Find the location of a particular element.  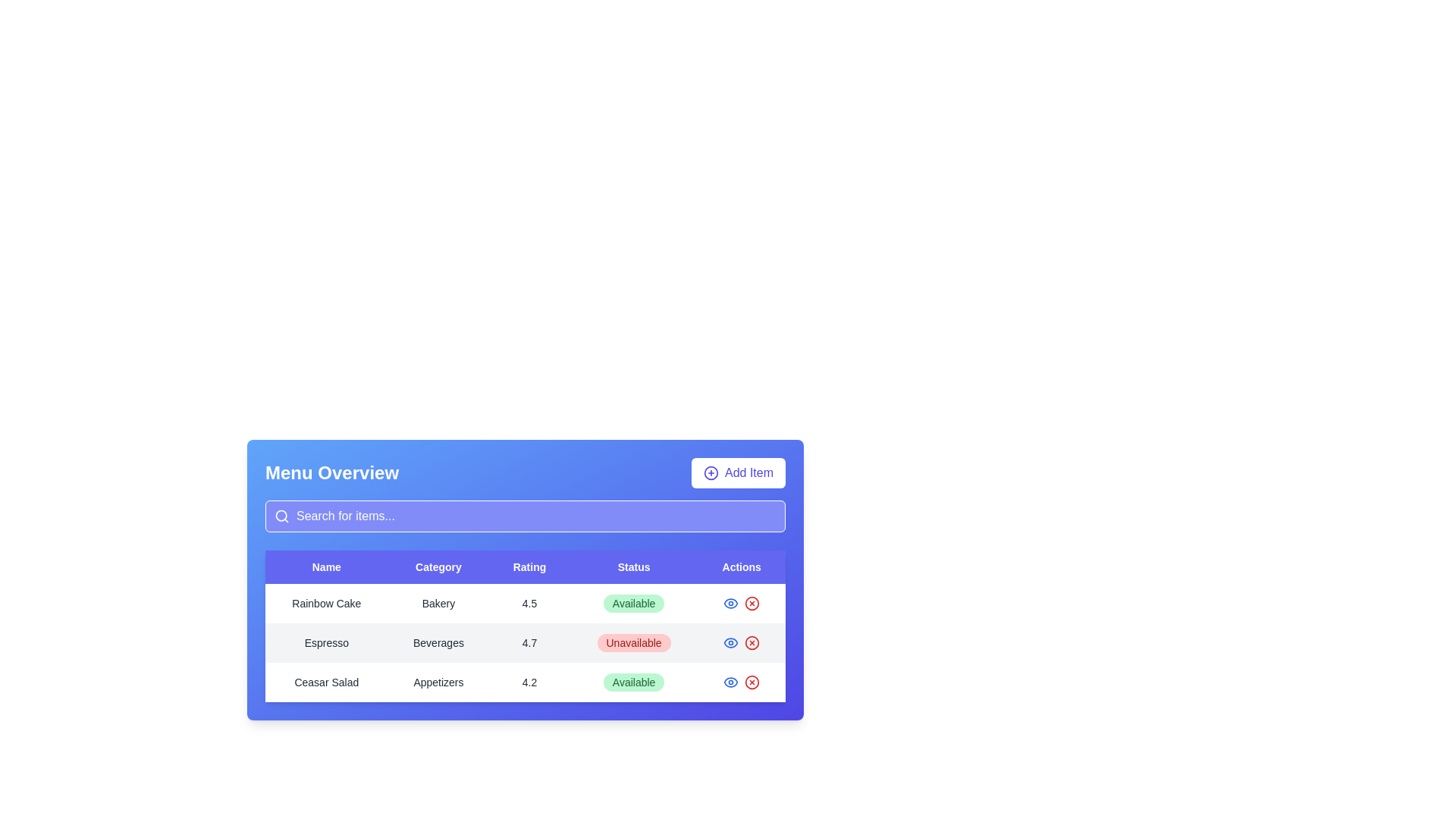

the 'Unavailable' status label for the 'Espresso' row in the status column of the table is located at coordinates (634, 643).